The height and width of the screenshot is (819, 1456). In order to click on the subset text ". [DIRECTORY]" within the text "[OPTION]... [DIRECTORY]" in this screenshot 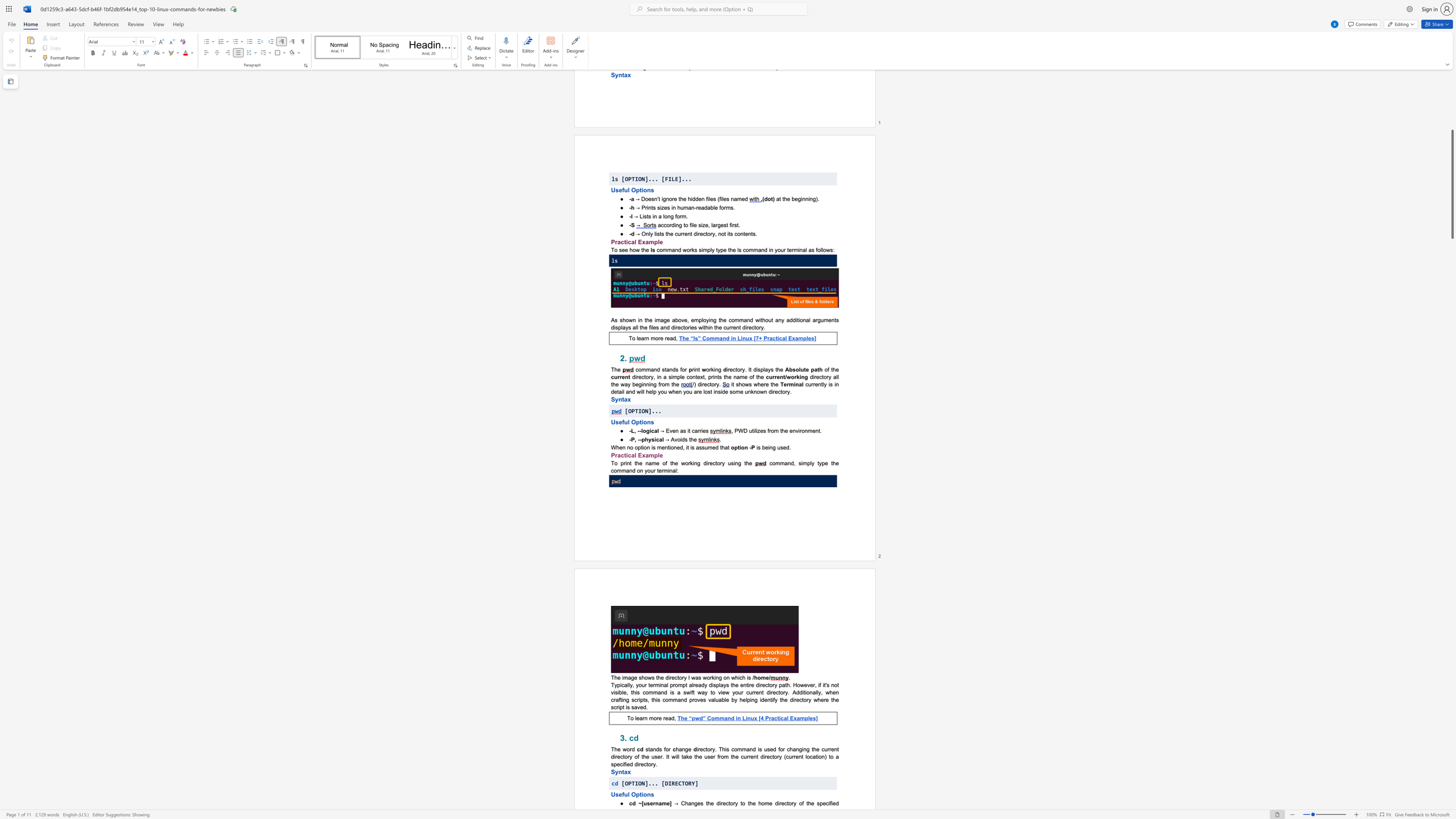, I will do `click(654, 783)`.